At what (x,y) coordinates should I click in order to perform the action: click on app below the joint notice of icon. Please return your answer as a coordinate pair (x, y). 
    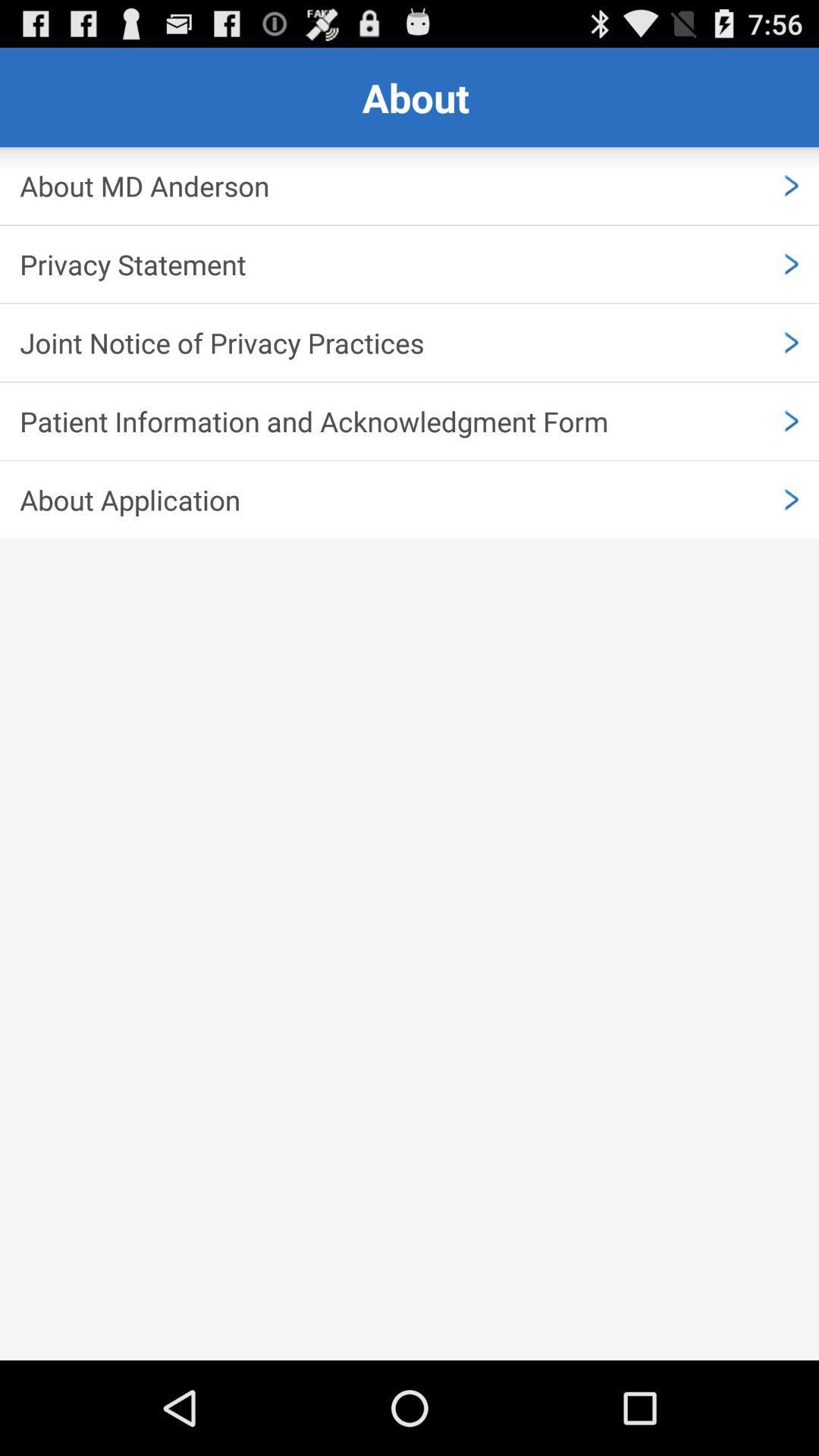
    Looking at the image, I should click on (409, 421).